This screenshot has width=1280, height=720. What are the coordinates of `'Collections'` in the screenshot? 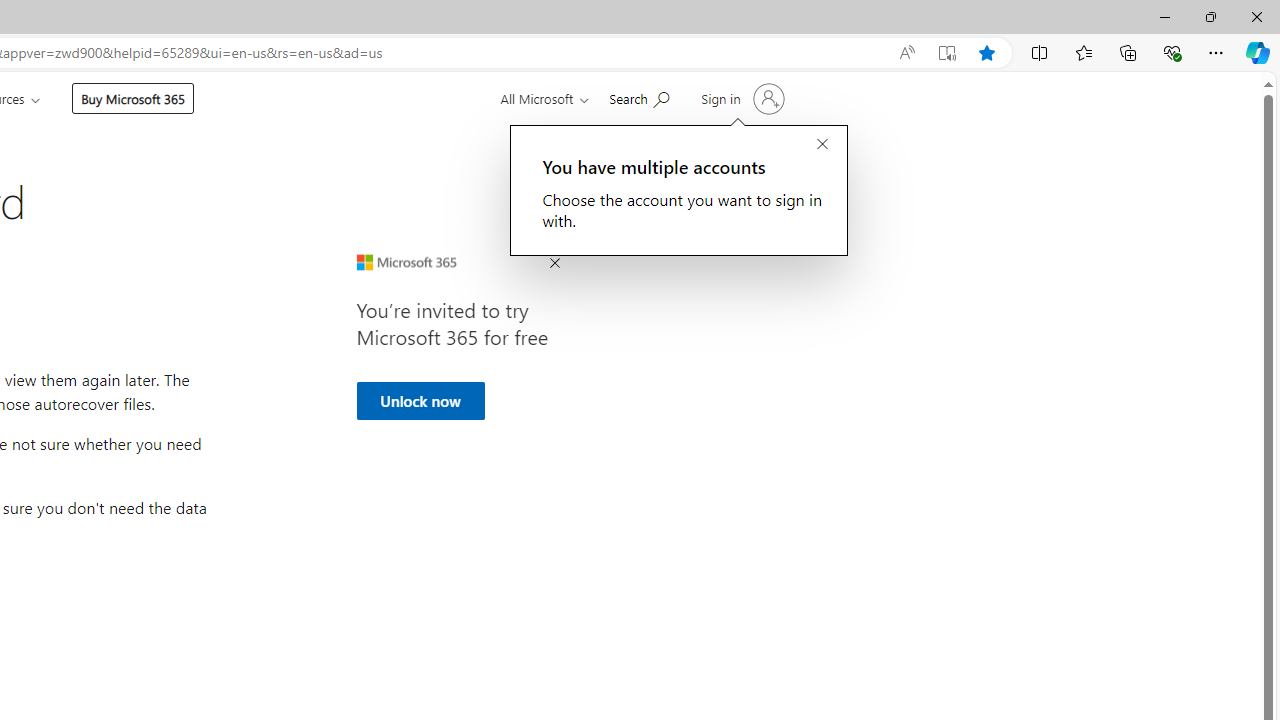 It's located at (1128, 51).